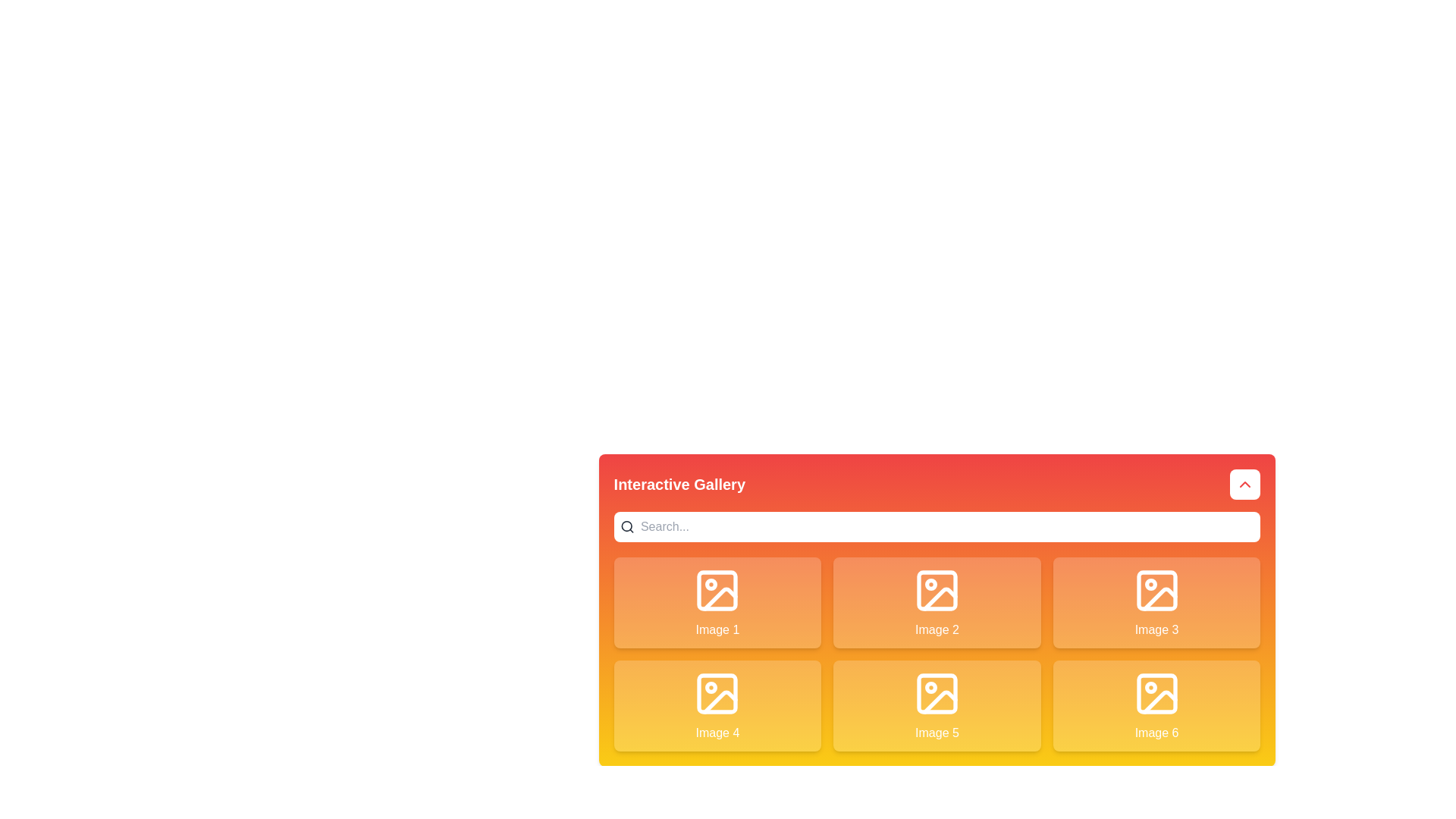  Describe the element at coordinates (679, 485) in the screenshot. I see `header text labeled 'Interactive Gallery' located at the top left of the interface, above the search input` at that location.